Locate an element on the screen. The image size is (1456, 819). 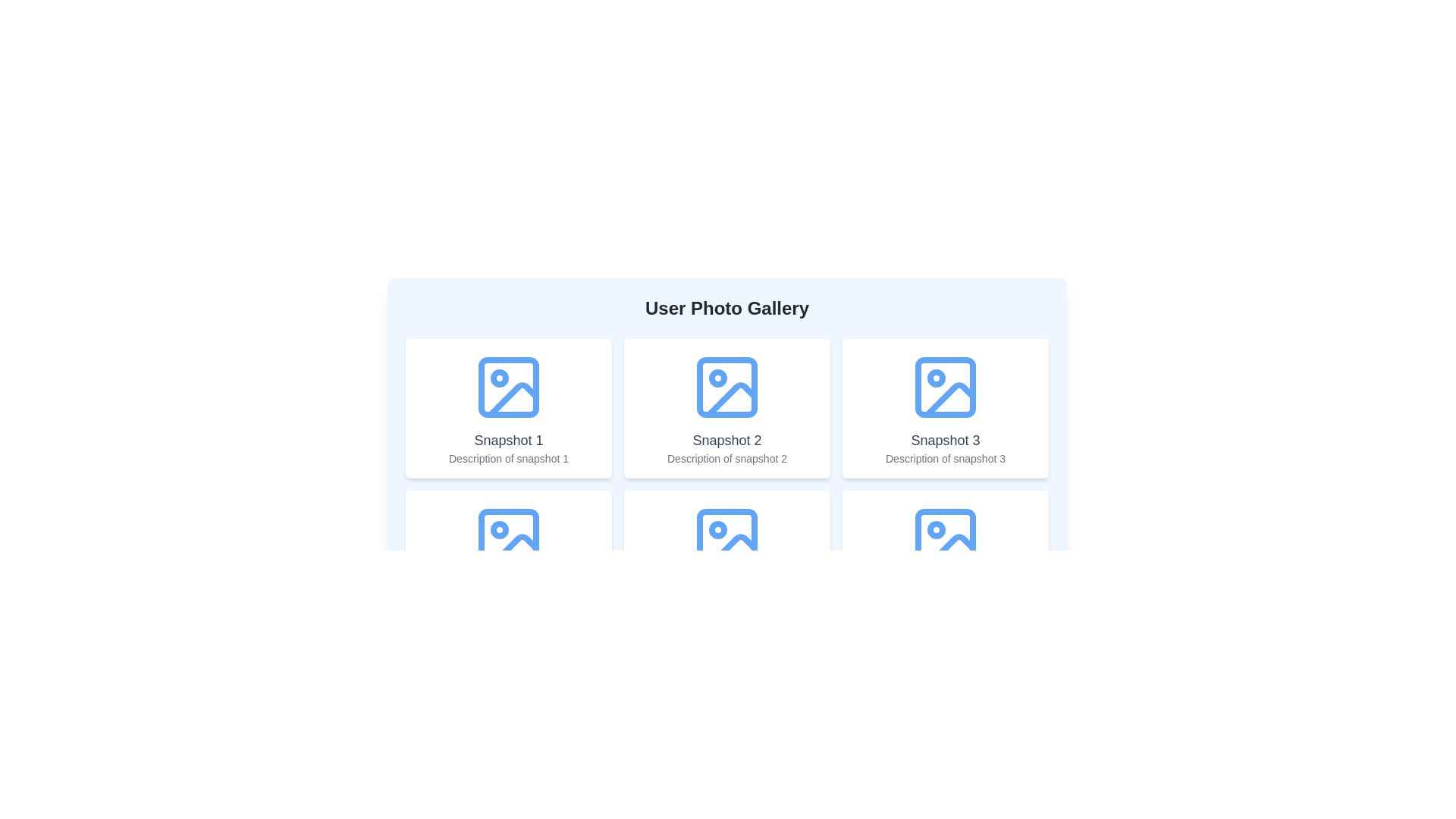
the Text Label located at the bottom of the 'Snapshot 3' card component in the grid layout is located at coordinates (945, 458).